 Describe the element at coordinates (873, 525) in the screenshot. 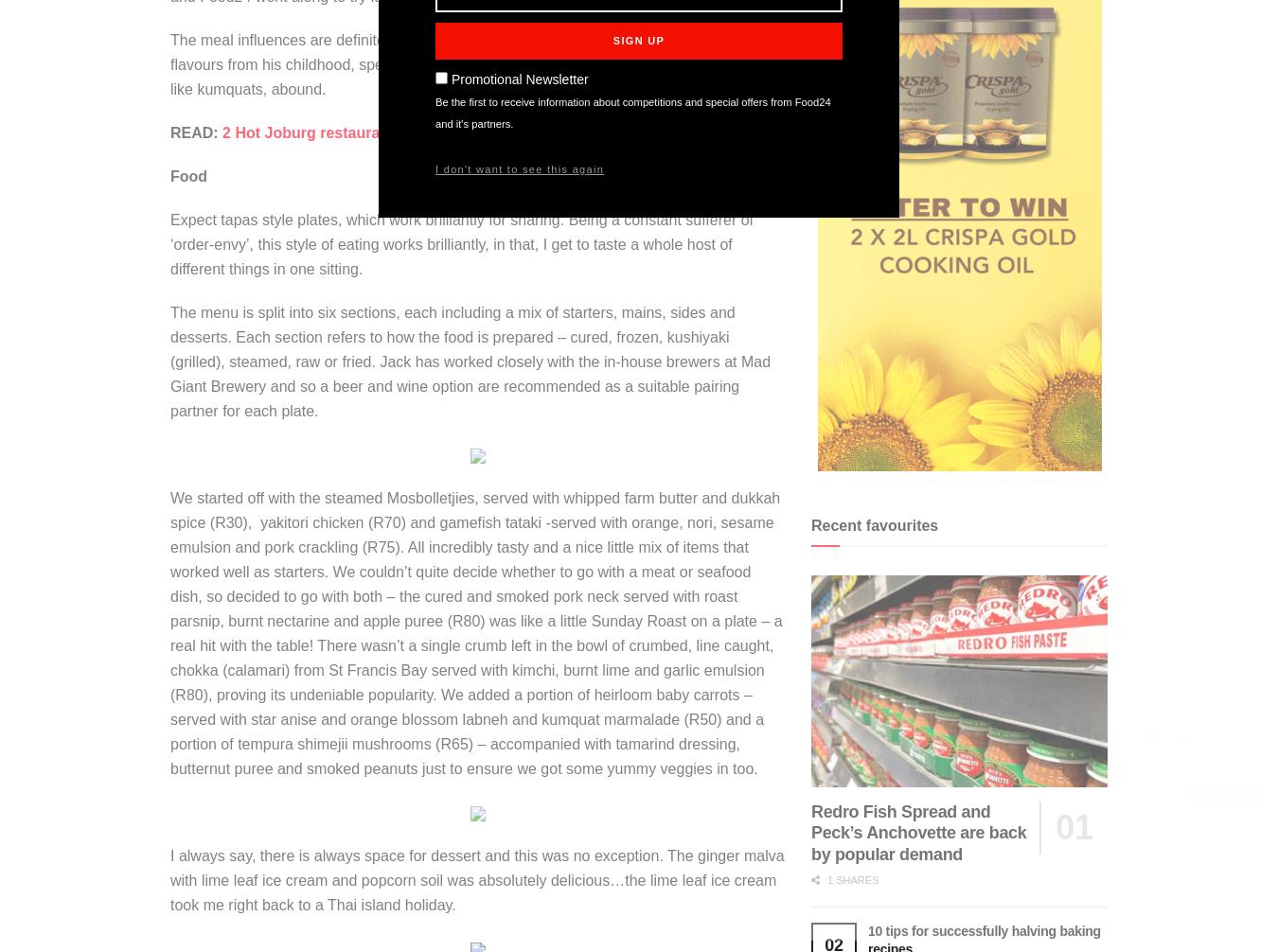

I see `'Recent favourites'` at that location.